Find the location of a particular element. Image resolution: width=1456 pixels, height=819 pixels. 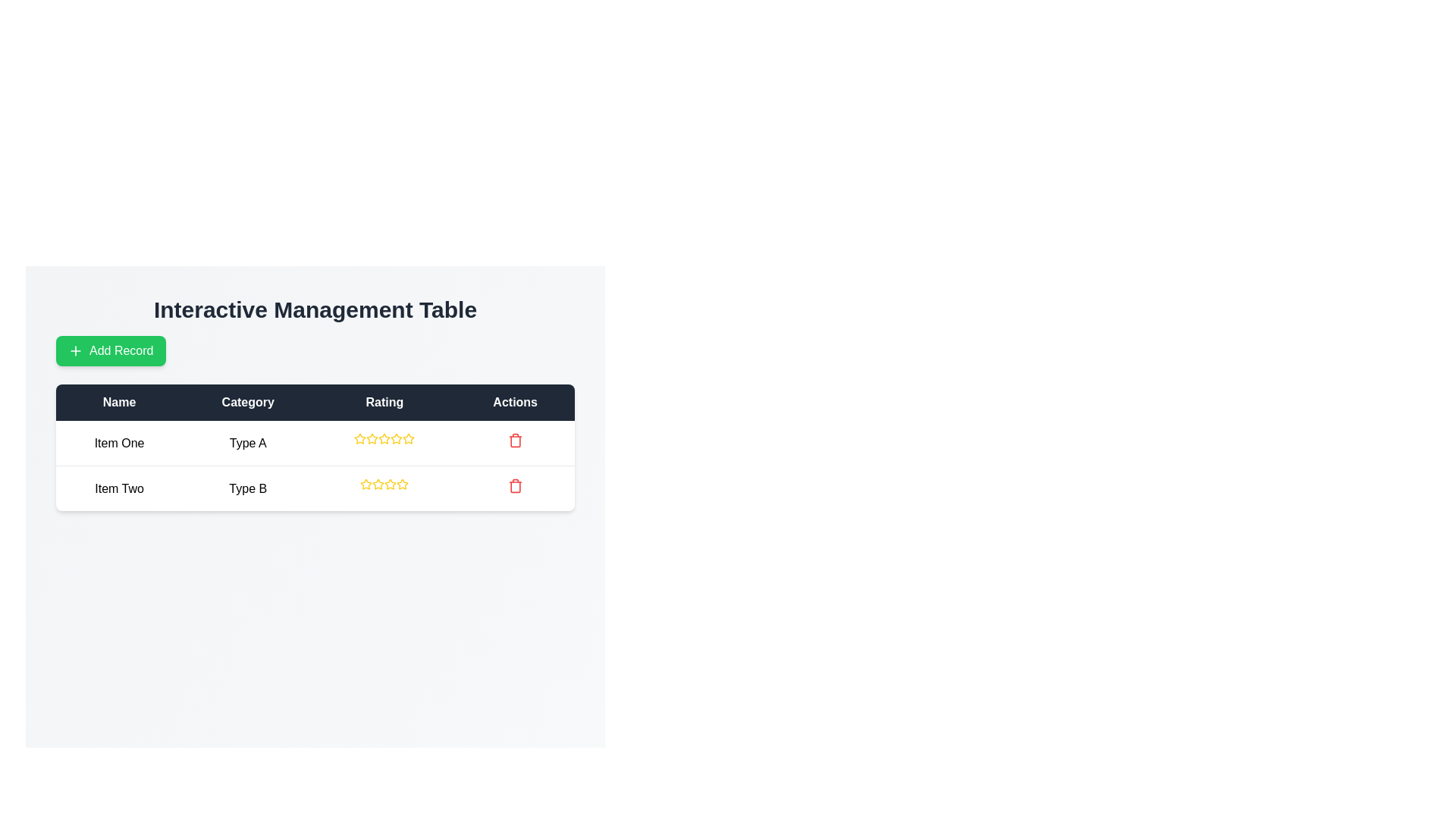

the fourth star icon in the rating column for the second row, which is associated with 'Item Two' is located at coordinates (391, 485).